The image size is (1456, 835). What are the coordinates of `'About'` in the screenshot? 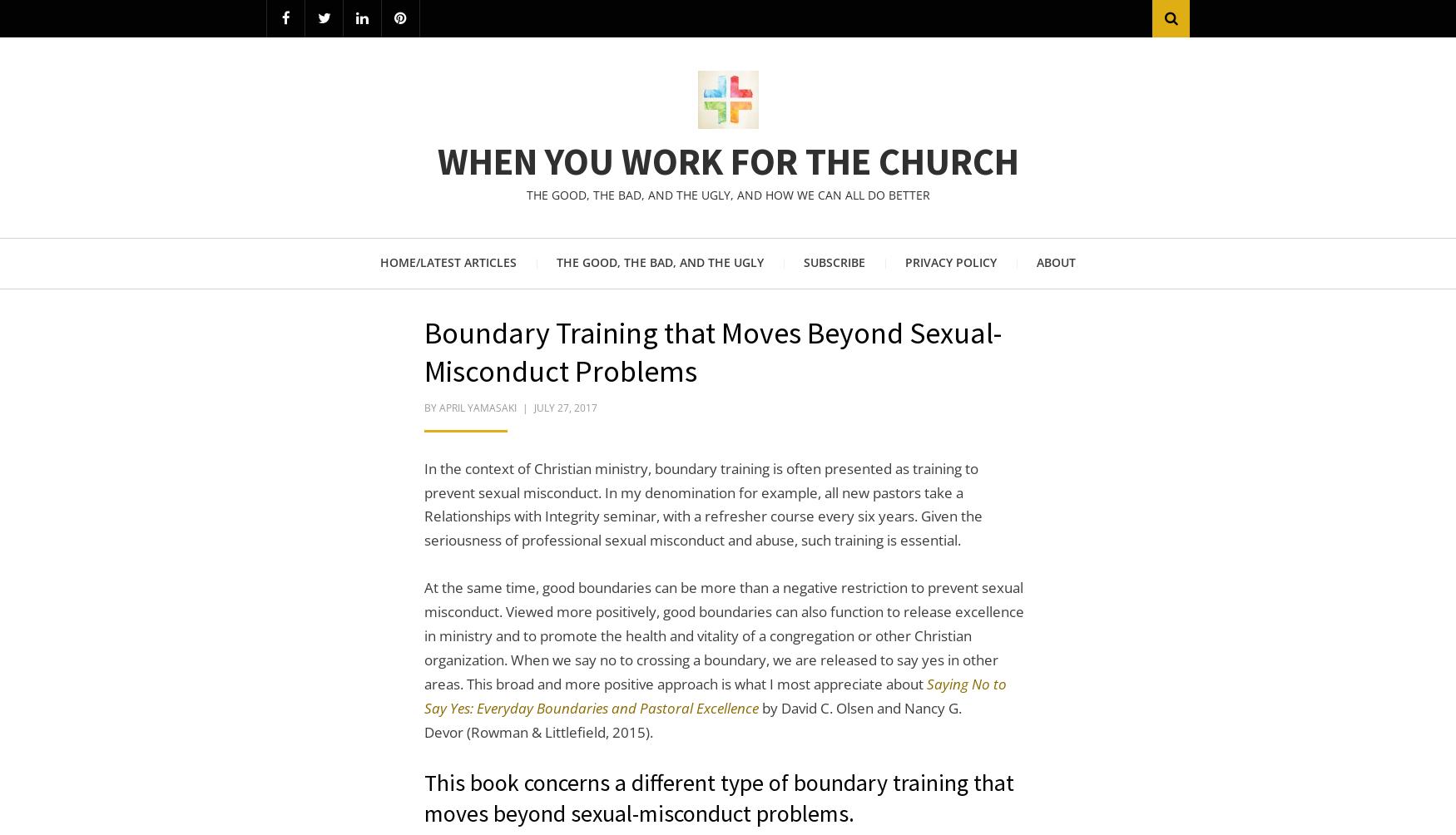 It's located at (1055, 261).